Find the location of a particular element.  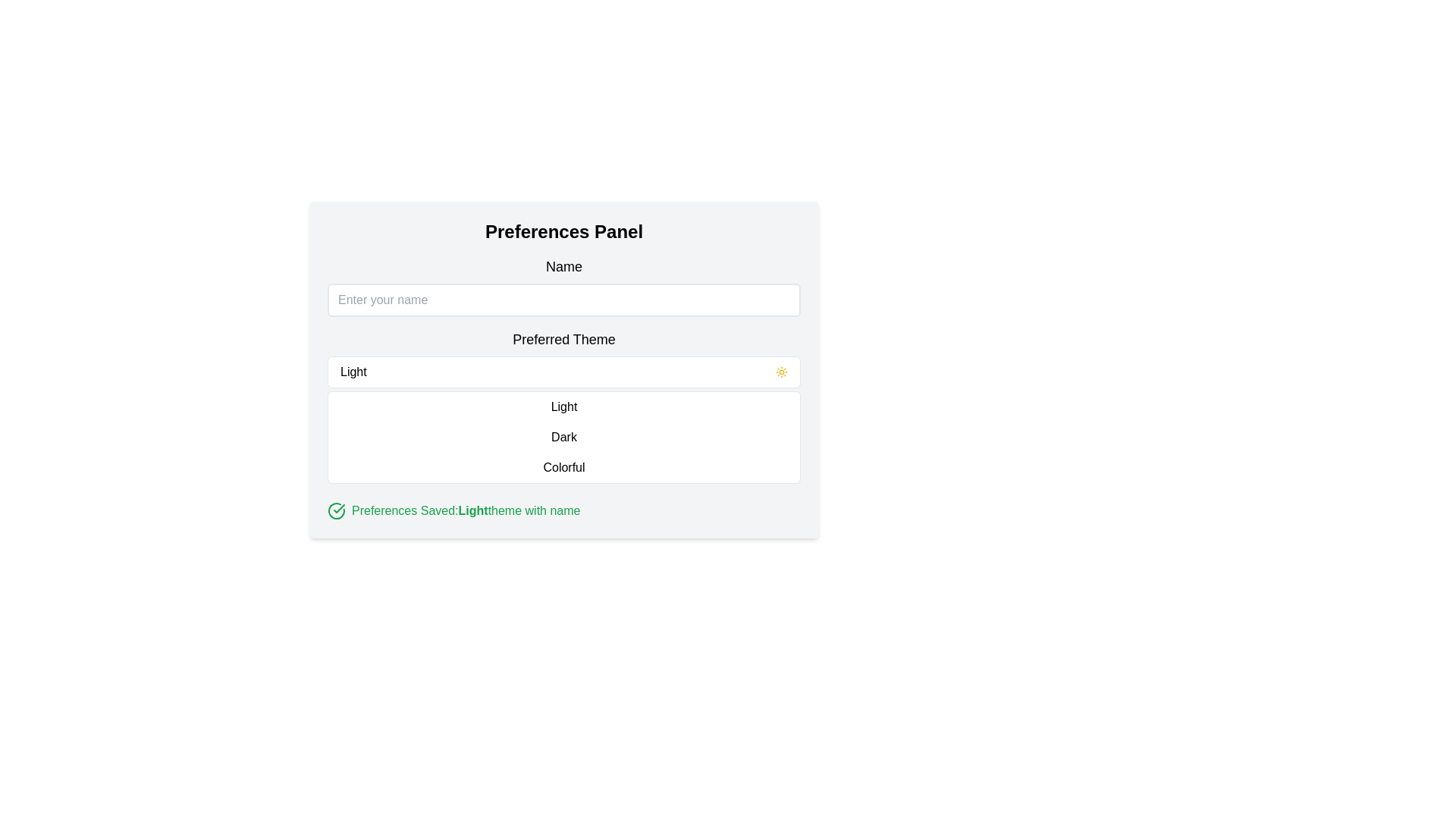

the static text element displaying 'Preferences Panel', which is a bold and large heading located at the top and center of the preferences panel is located at coordinates (563, 231).